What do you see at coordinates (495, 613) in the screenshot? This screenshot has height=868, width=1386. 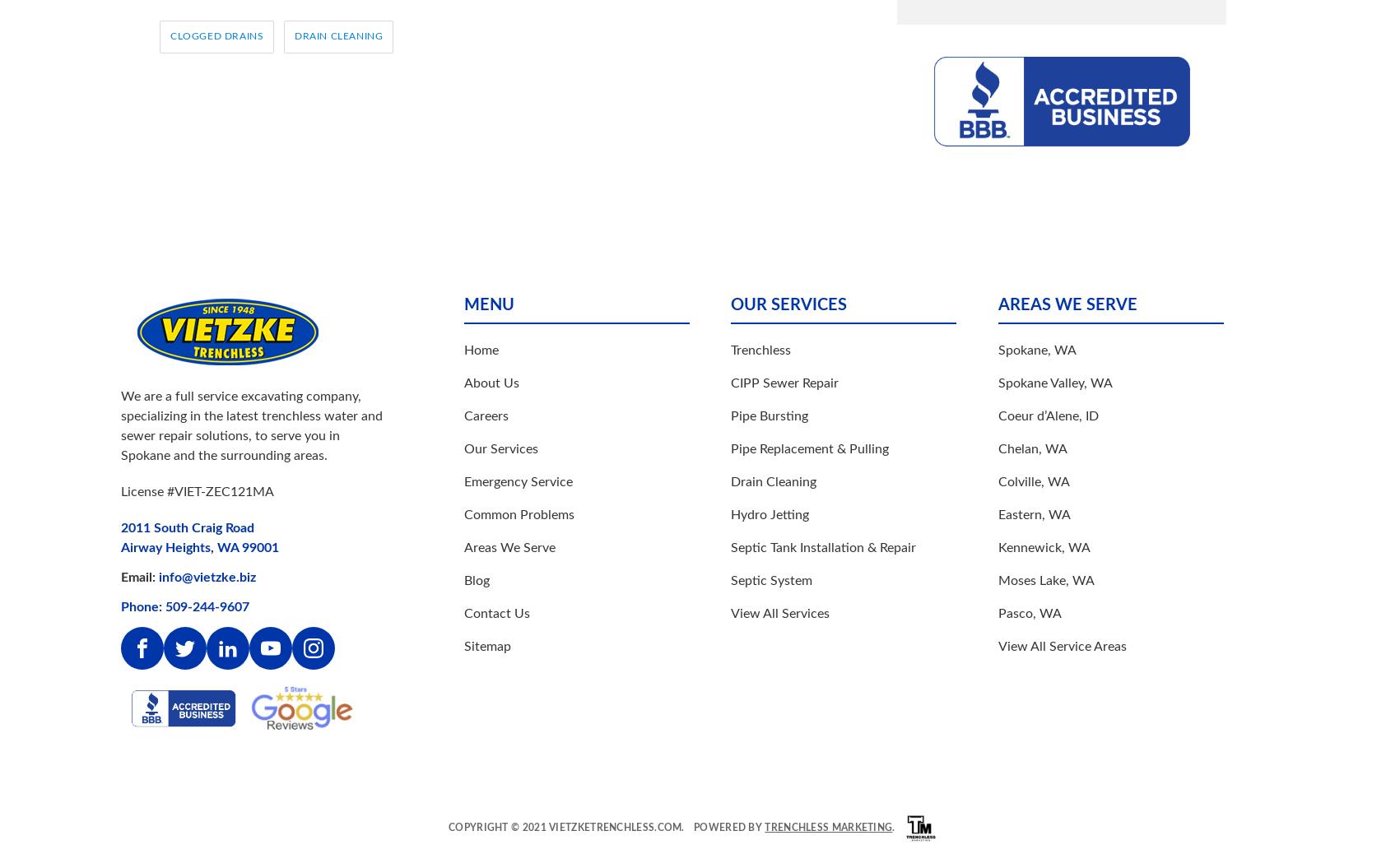 I see `'Contact Us'` at bounding box center [495, 613].